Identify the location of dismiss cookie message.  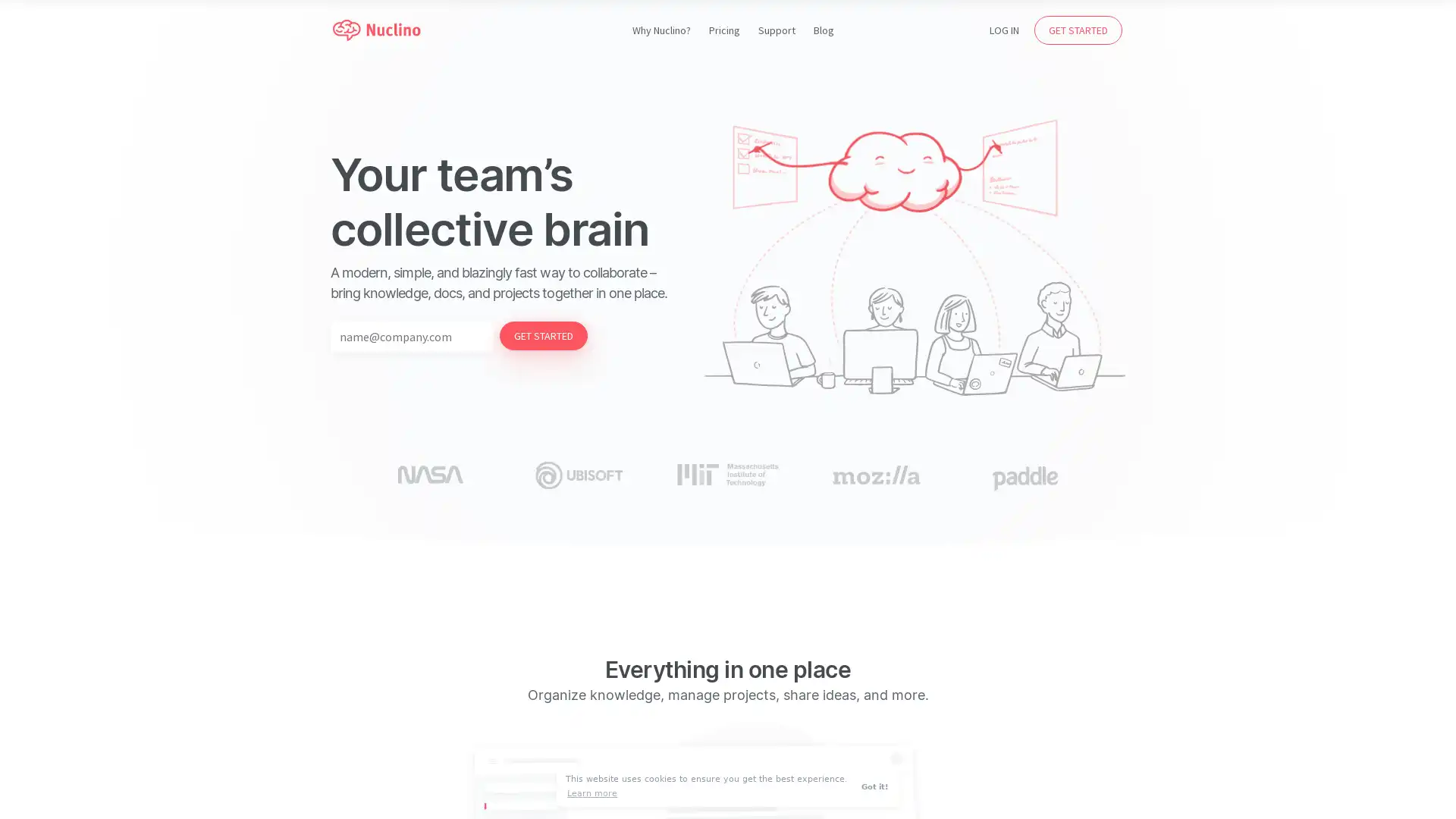
(877, 786).